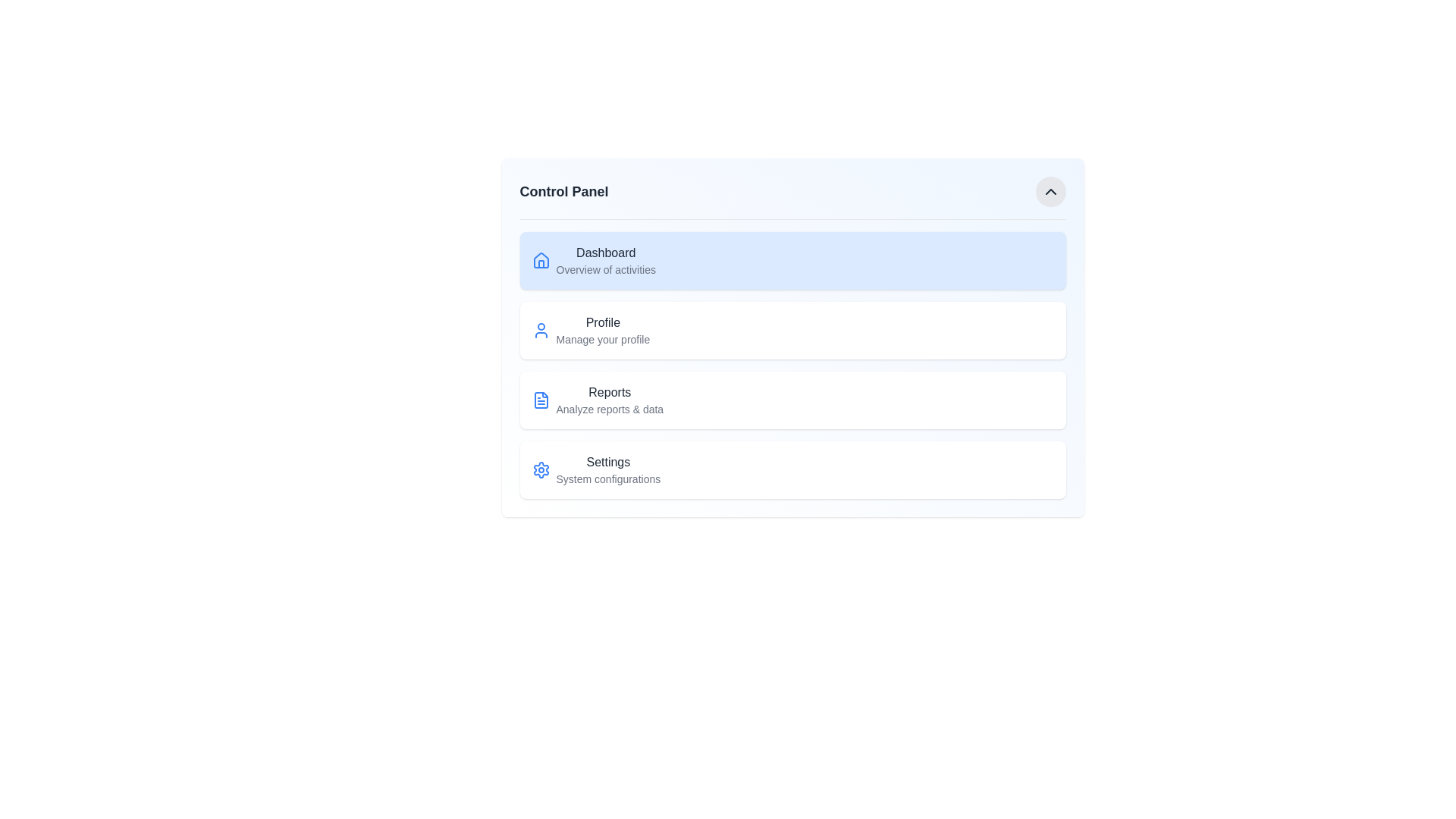 The height and width of the screenshot is (819, 1456). I want to click on the blue user outline icon located in the Profile section of the Control Panel interface, positioned to the left of the 'Profile' label, so click(541, 329).